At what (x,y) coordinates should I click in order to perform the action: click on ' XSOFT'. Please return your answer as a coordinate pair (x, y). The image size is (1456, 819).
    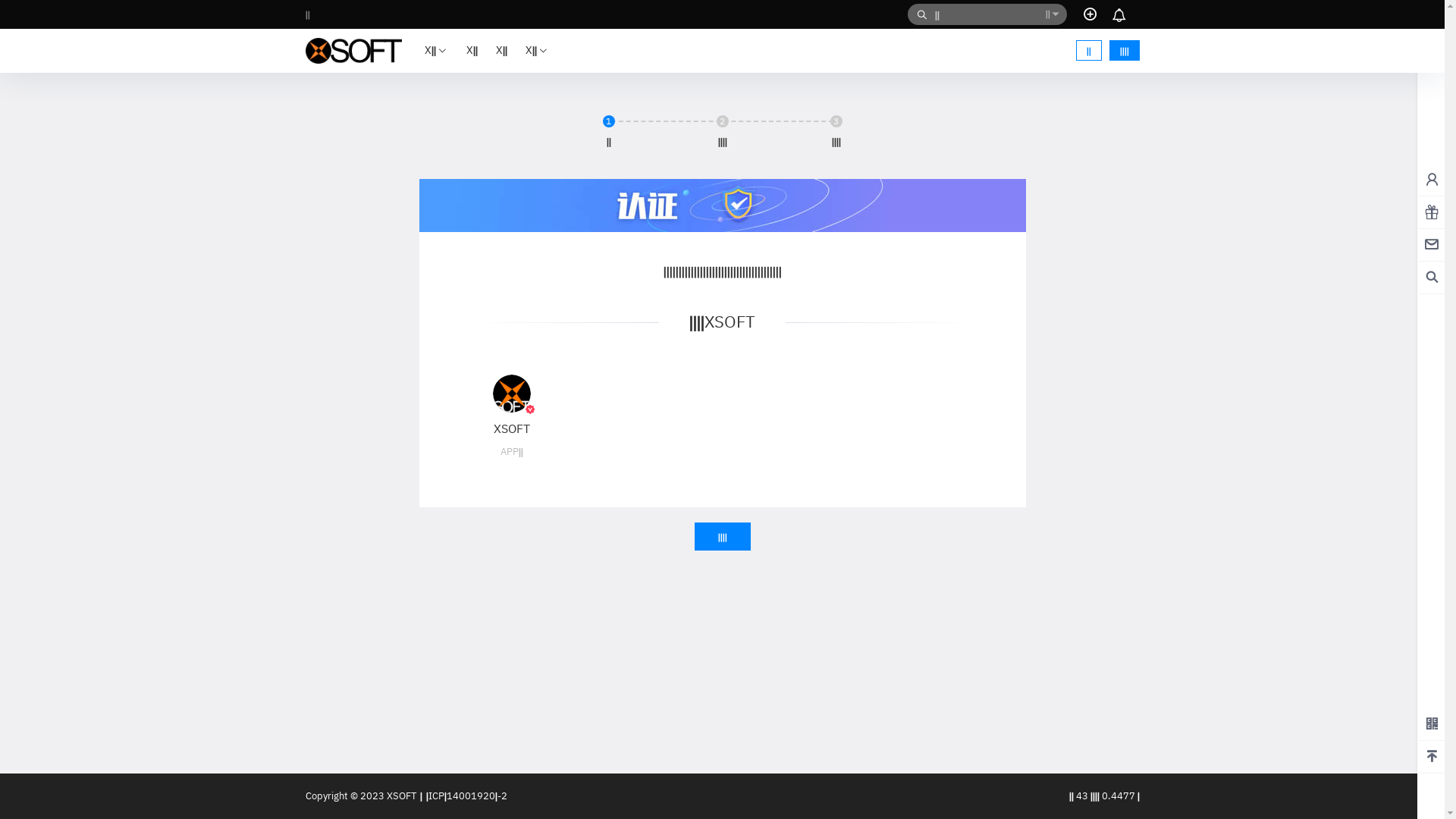
    Looking at the image, I should click on (400, 795).